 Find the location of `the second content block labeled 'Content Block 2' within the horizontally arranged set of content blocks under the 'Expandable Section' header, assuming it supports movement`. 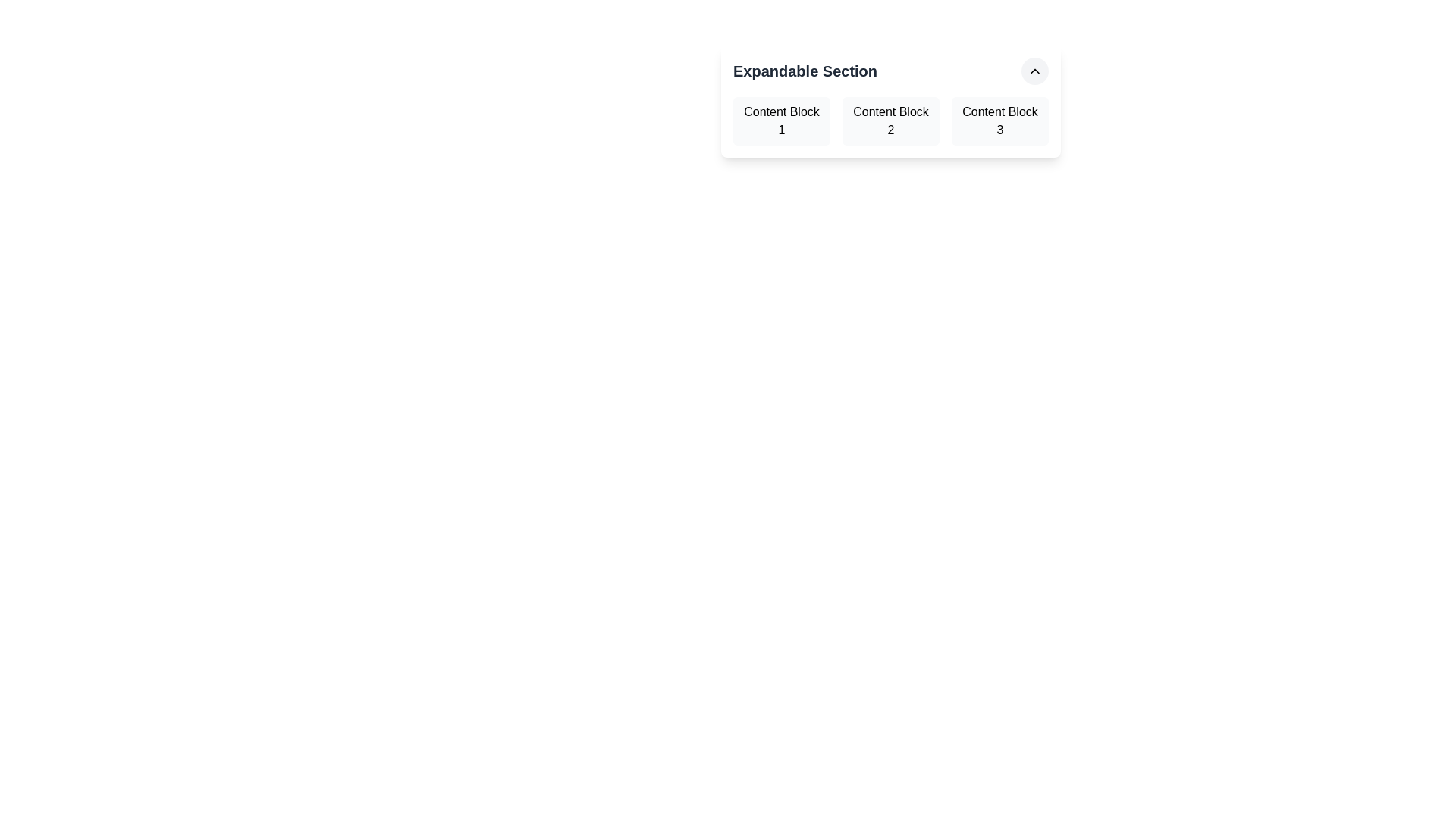

the second content block labeled 'Content Block 2' within the horizontally arranged set of content blocks under the 'Expandable Section' header, assuming it supports movement is located at coordinates (891, 120).